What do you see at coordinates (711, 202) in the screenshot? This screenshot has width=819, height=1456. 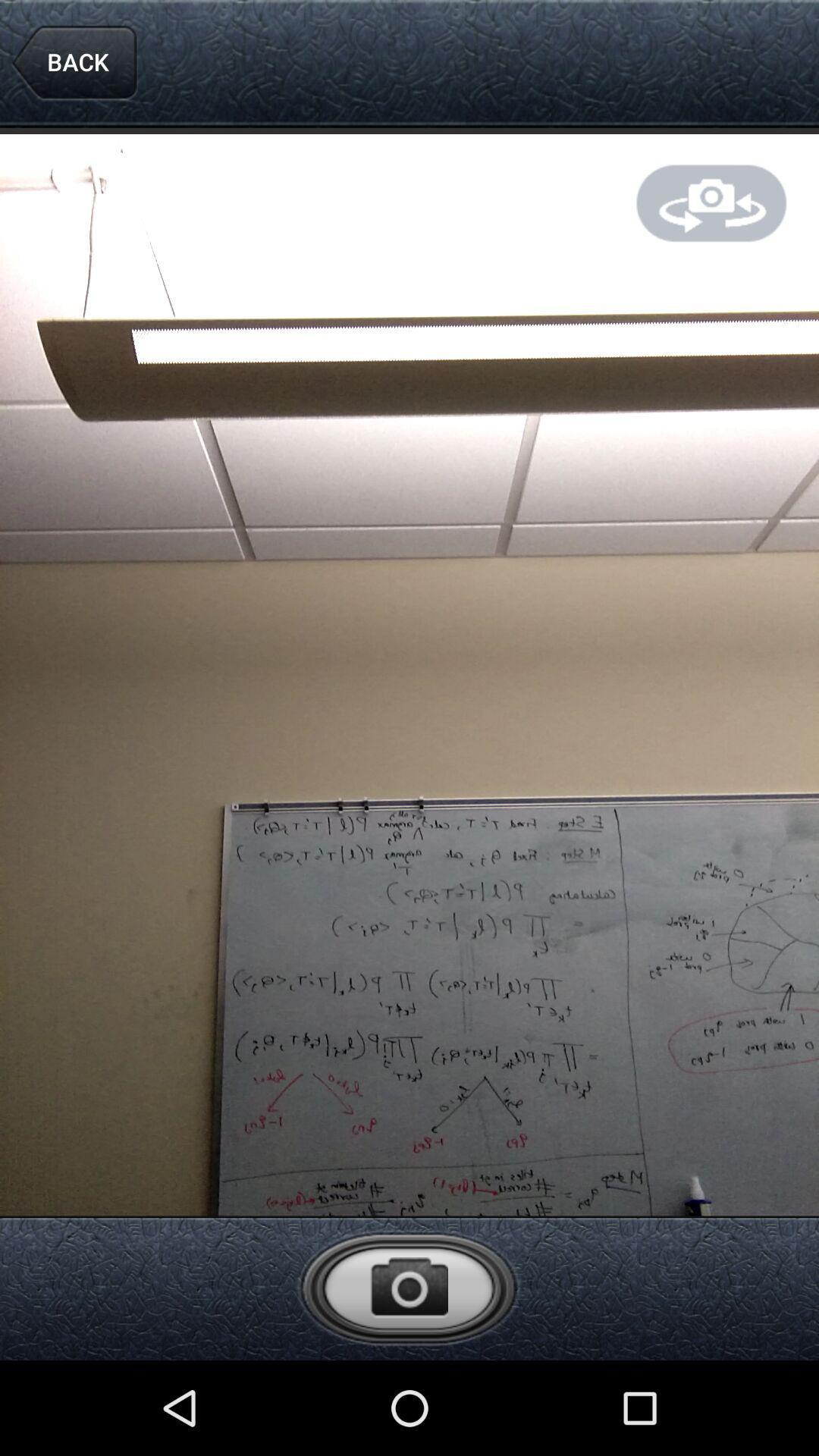 I see `rotate the picture clockwise` at bounding box center [711, 202].